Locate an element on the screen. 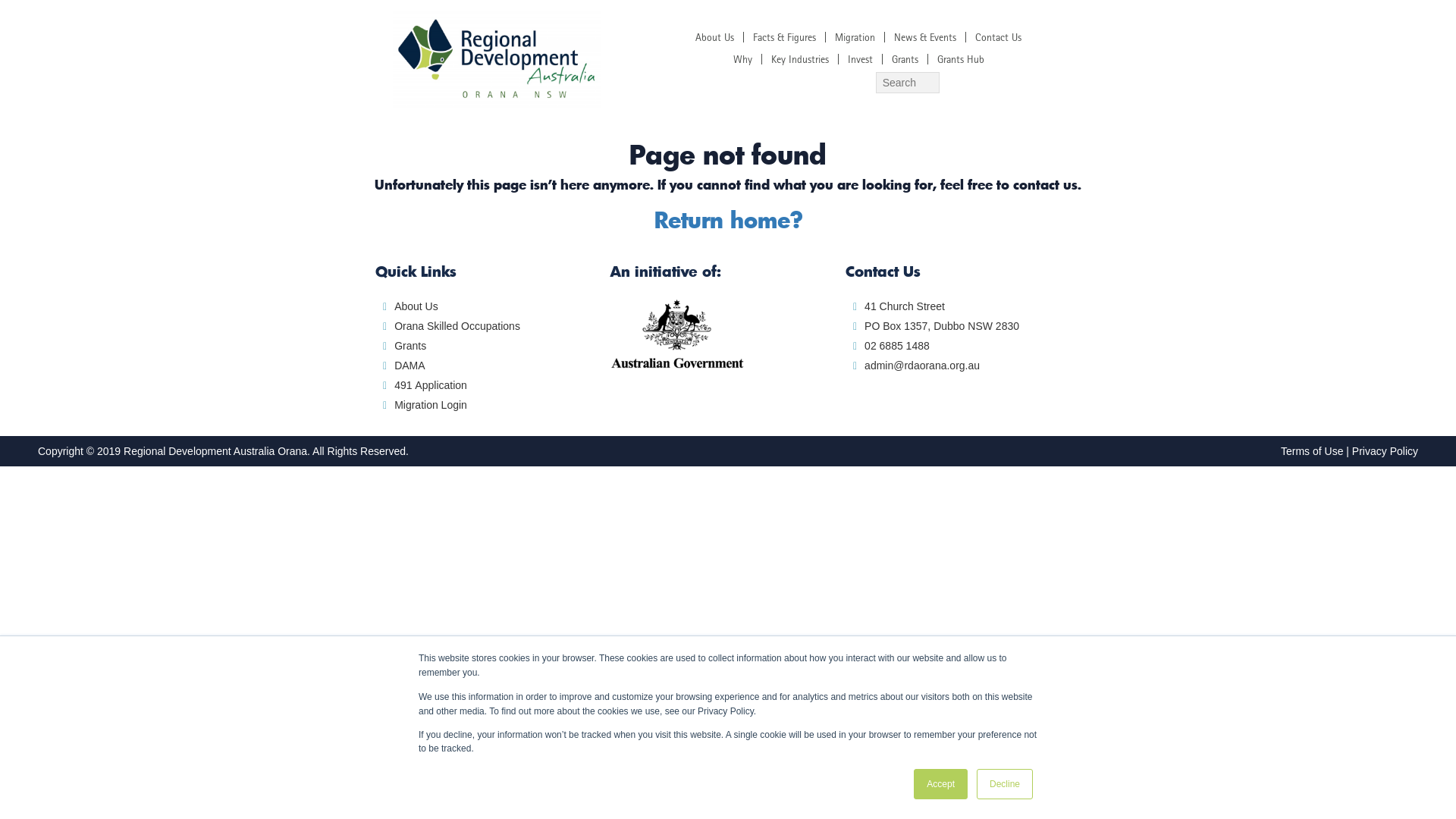 The image size is (1456, 819). 'Return home?' is located at coordinates (726, 219).